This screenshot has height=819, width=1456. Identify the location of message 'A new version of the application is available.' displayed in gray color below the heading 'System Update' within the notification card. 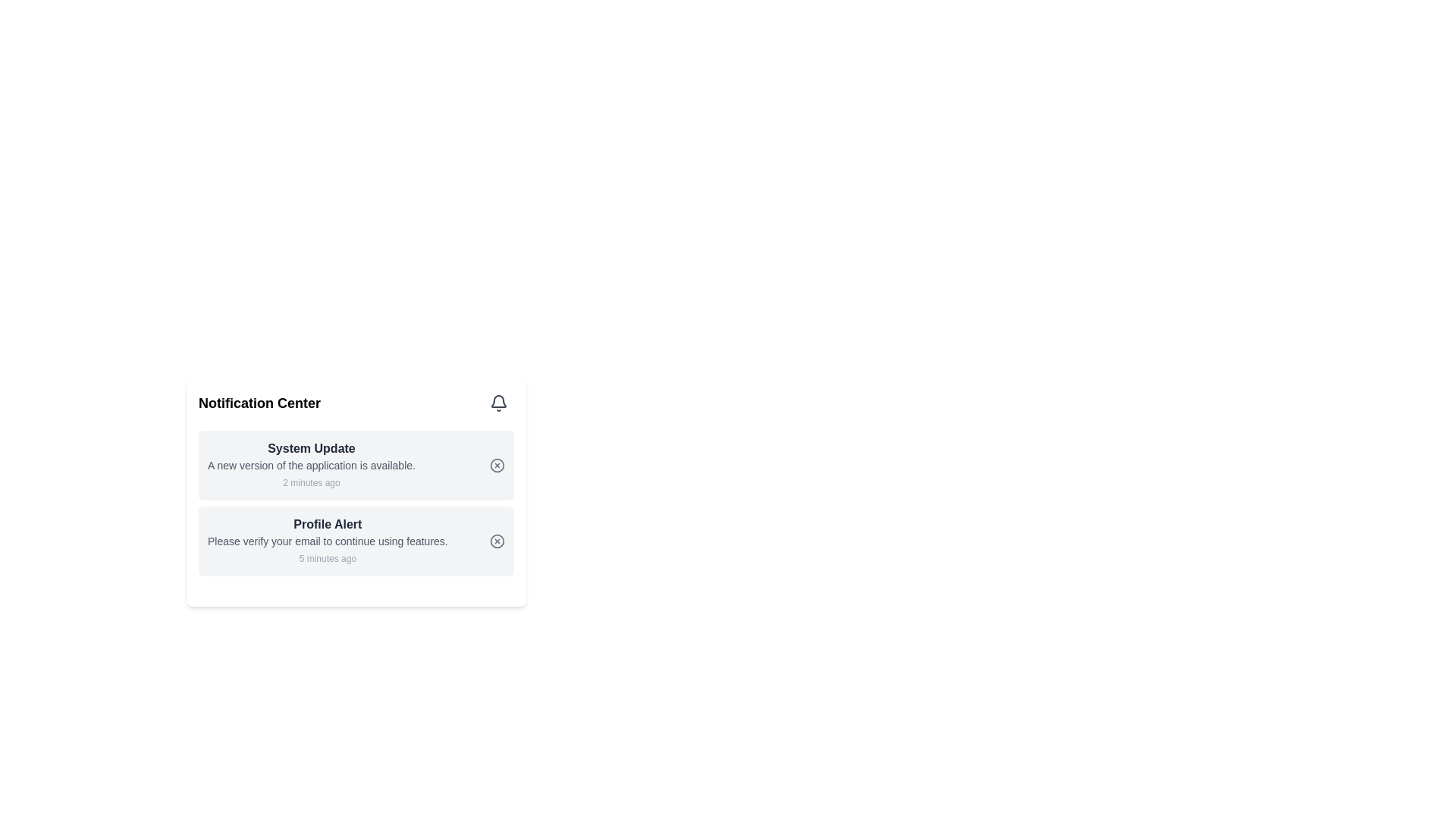
(311, 464).